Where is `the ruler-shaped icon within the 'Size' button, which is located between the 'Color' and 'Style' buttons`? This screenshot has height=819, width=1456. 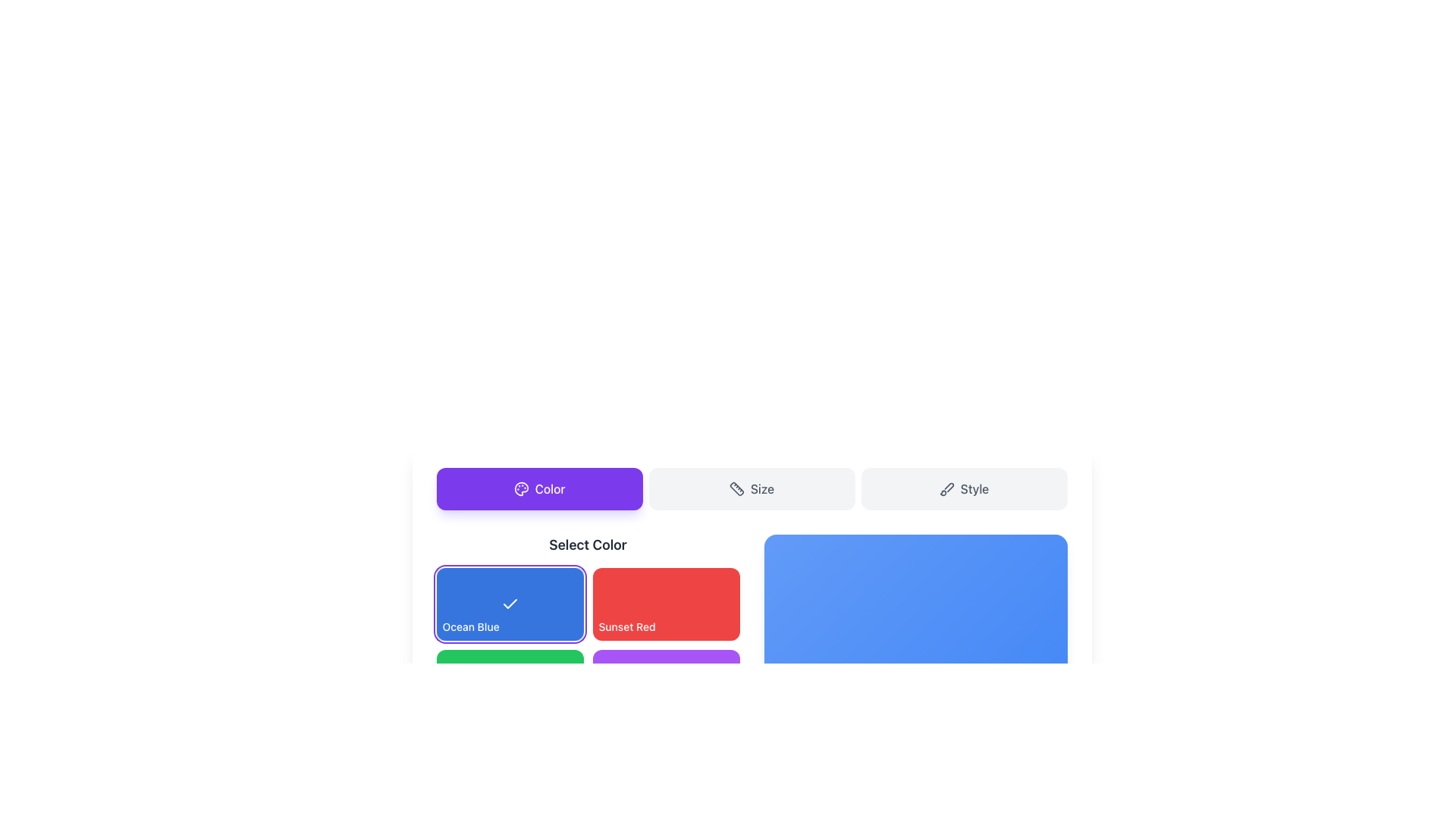 the ruler-shaped icon within the 'Size' button, which is located between the 'Color' and 'Style' buttons is located at coordinates (736, 488).